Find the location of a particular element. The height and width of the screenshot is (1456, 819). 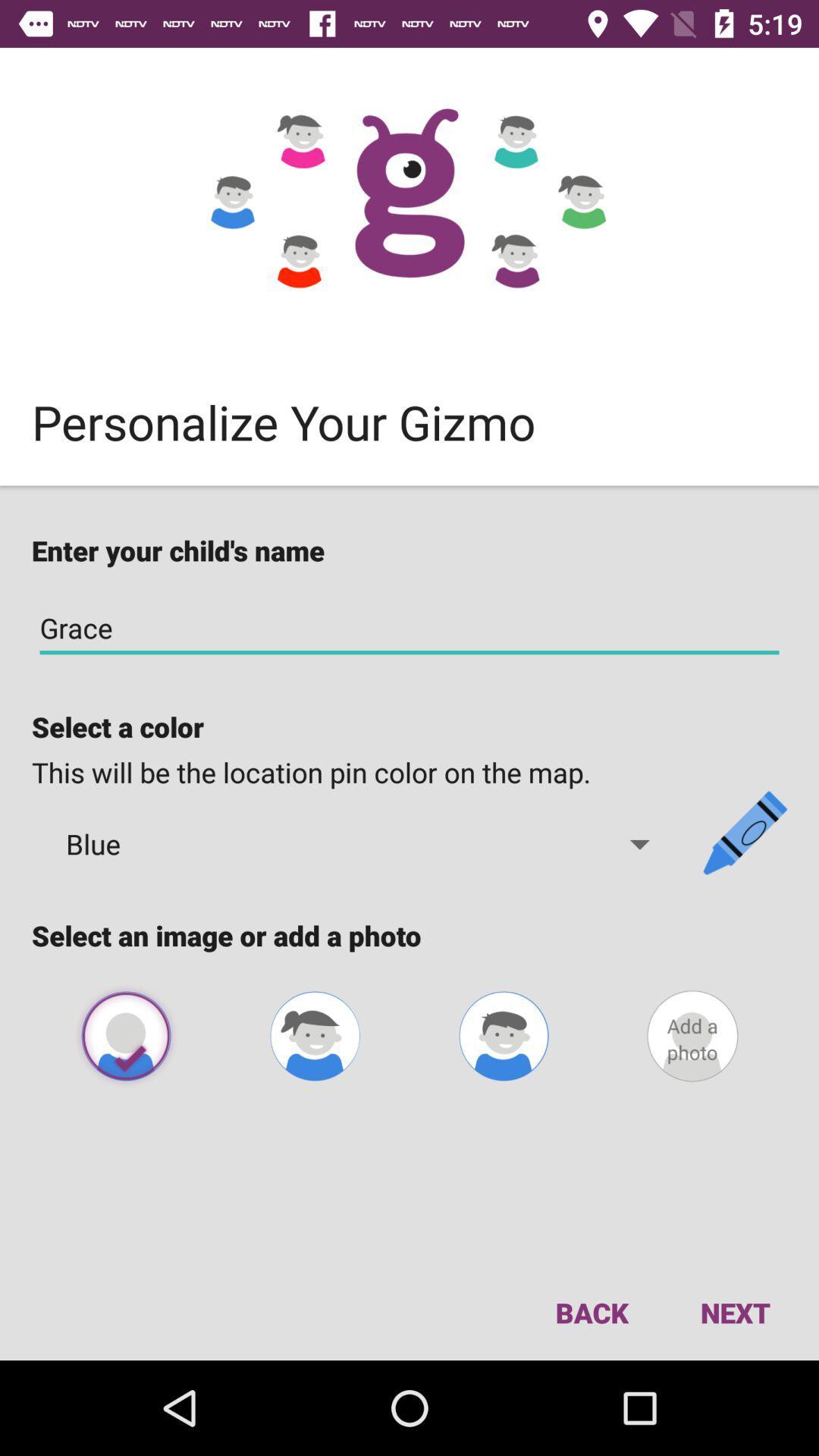

the avatar icon is located at coordinates (692, 1035).